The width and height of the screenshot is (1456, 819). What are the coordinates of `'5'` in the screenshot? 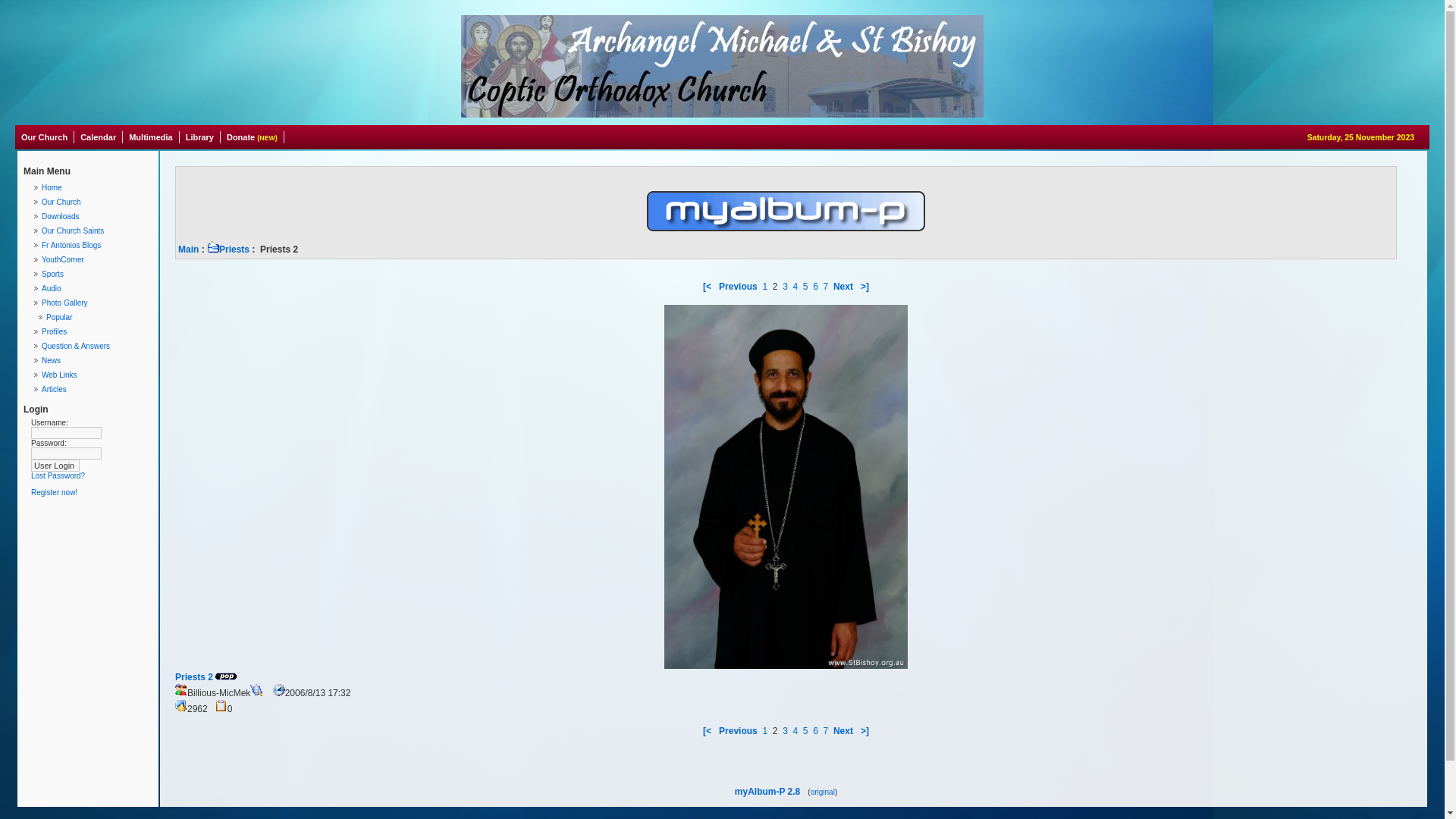 It's located at (805, 730).